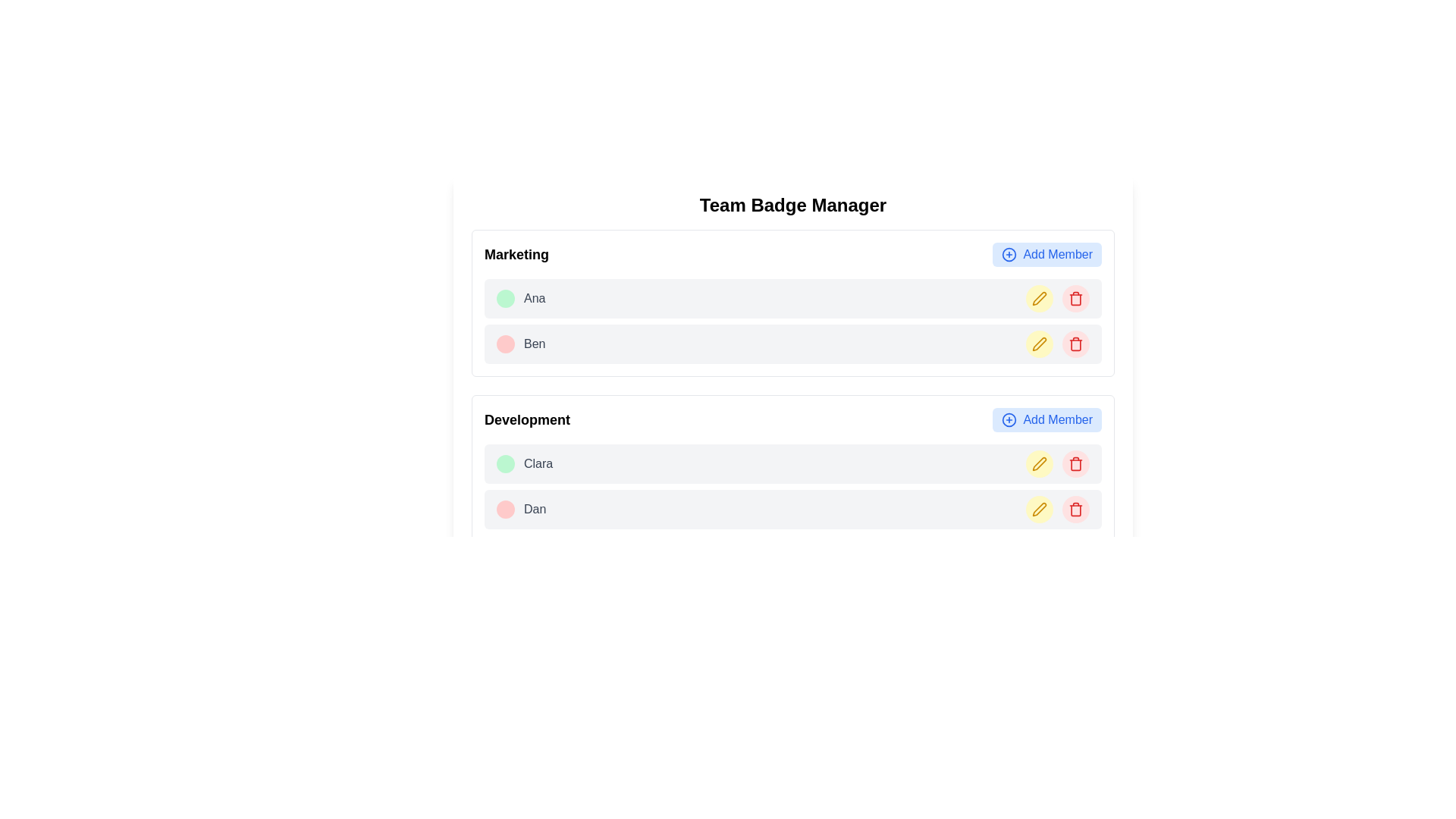 This screenshot has height=819, width=1456. I want to click on the label that represents a name associated with an inactive status, located to the right of the red circular 'Inactive' badge in the 'Development' group, so click(521, 509).